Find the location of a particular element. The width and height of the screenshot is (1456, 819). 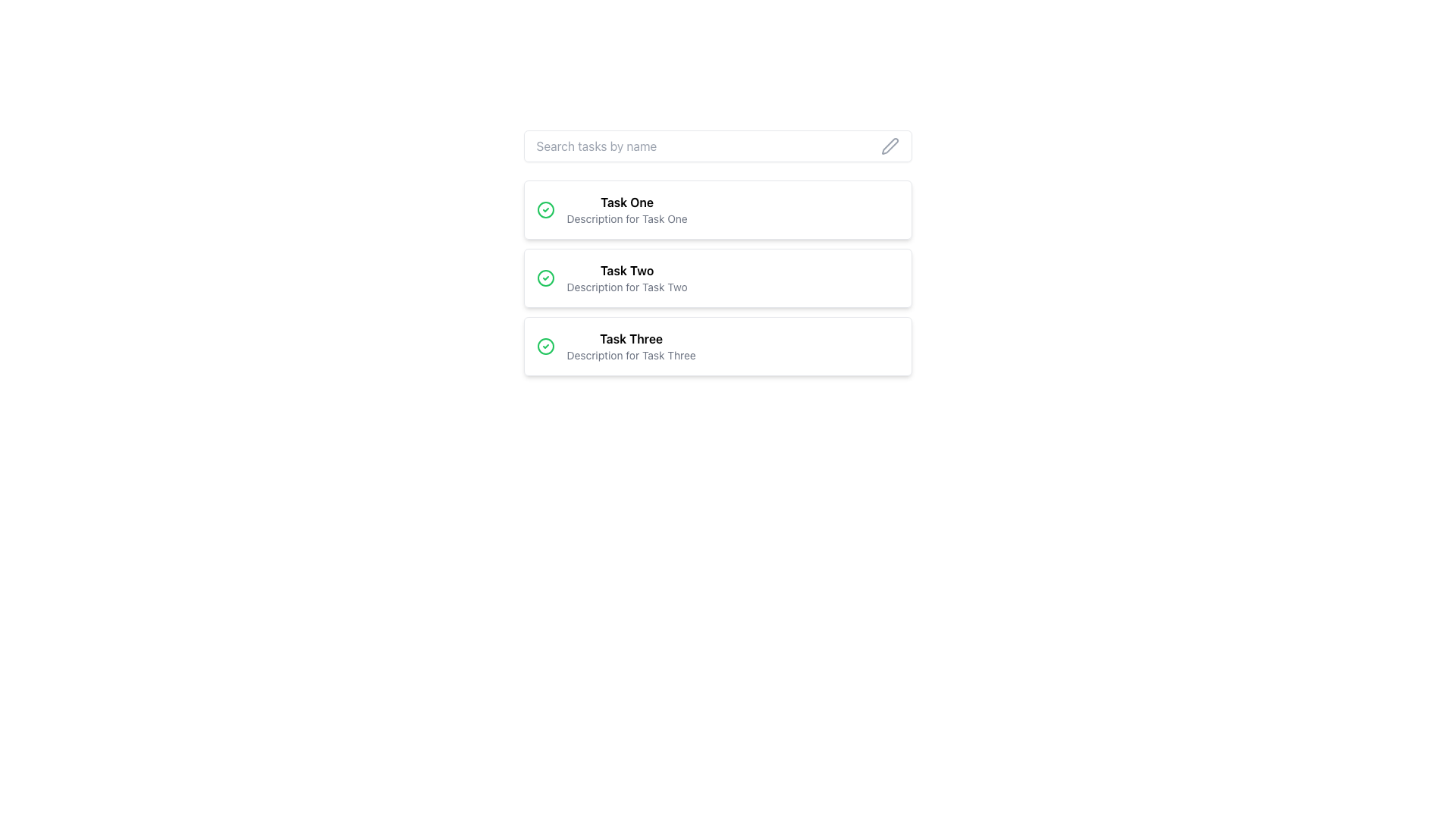

the title text element for 'Task Three', which is located in the upper section of the third card in a vertically stacked list of tasks is located at coordinates (631, 338).